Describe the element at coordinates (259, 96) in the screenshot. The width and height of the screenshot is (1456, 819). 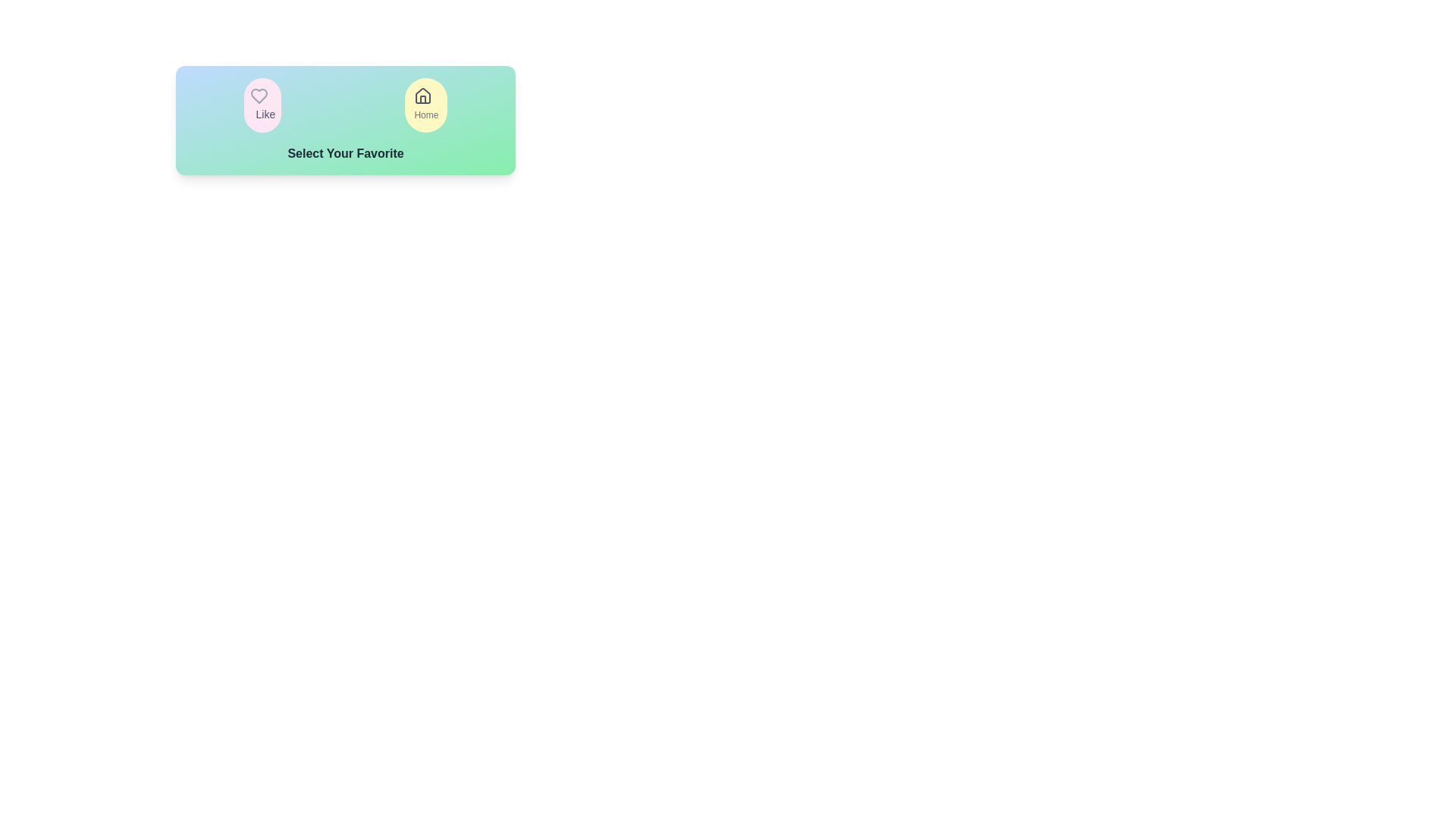
I see `the heart-shaped like icon located on the pink circular button at the top-left corner of the interface, which is labeled 'Like', in a drag-and-drop action` at that location.